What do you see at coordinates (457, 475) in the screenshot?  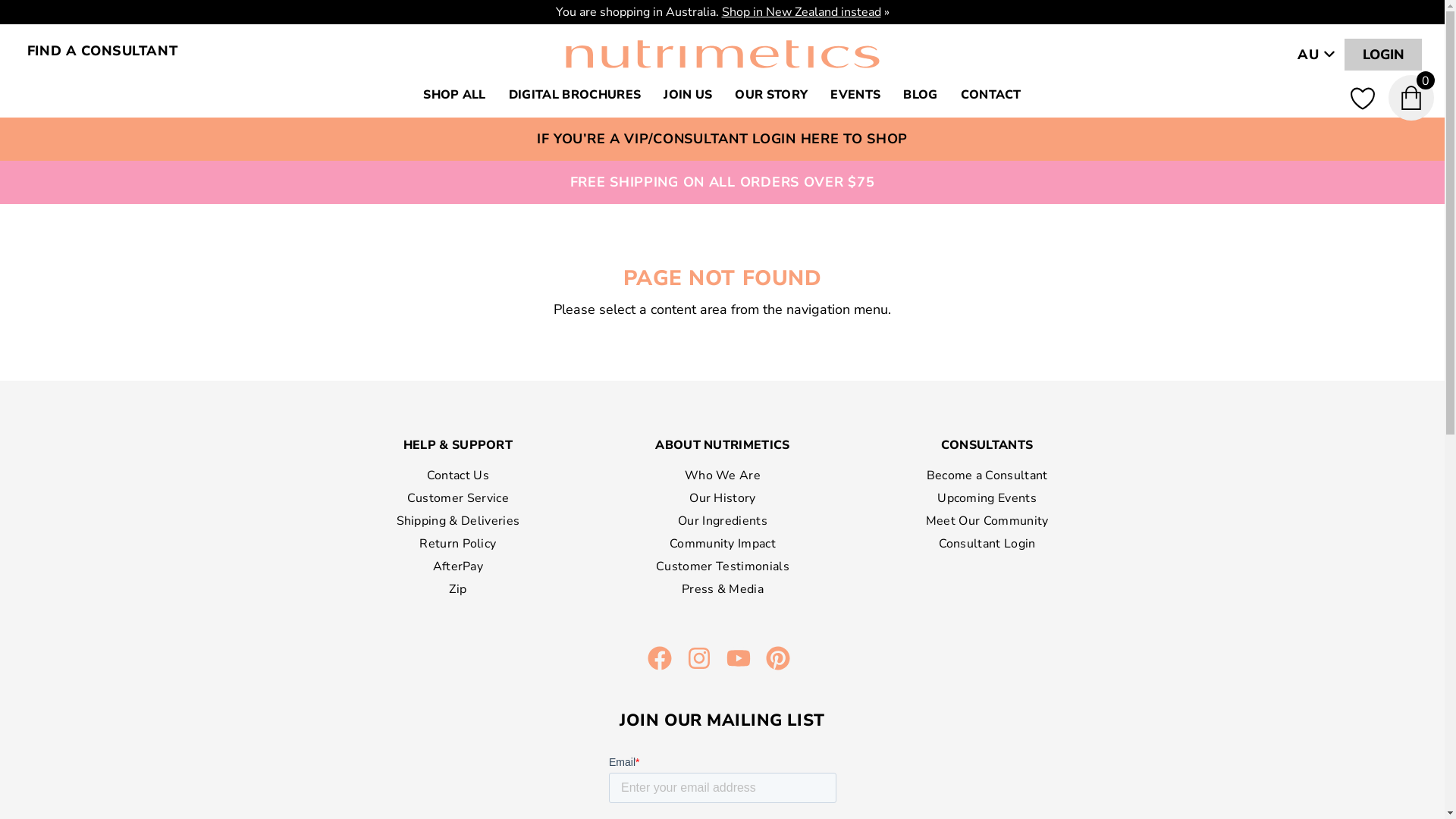 I see `'Contact Us'` at bounding box center [457, 475].